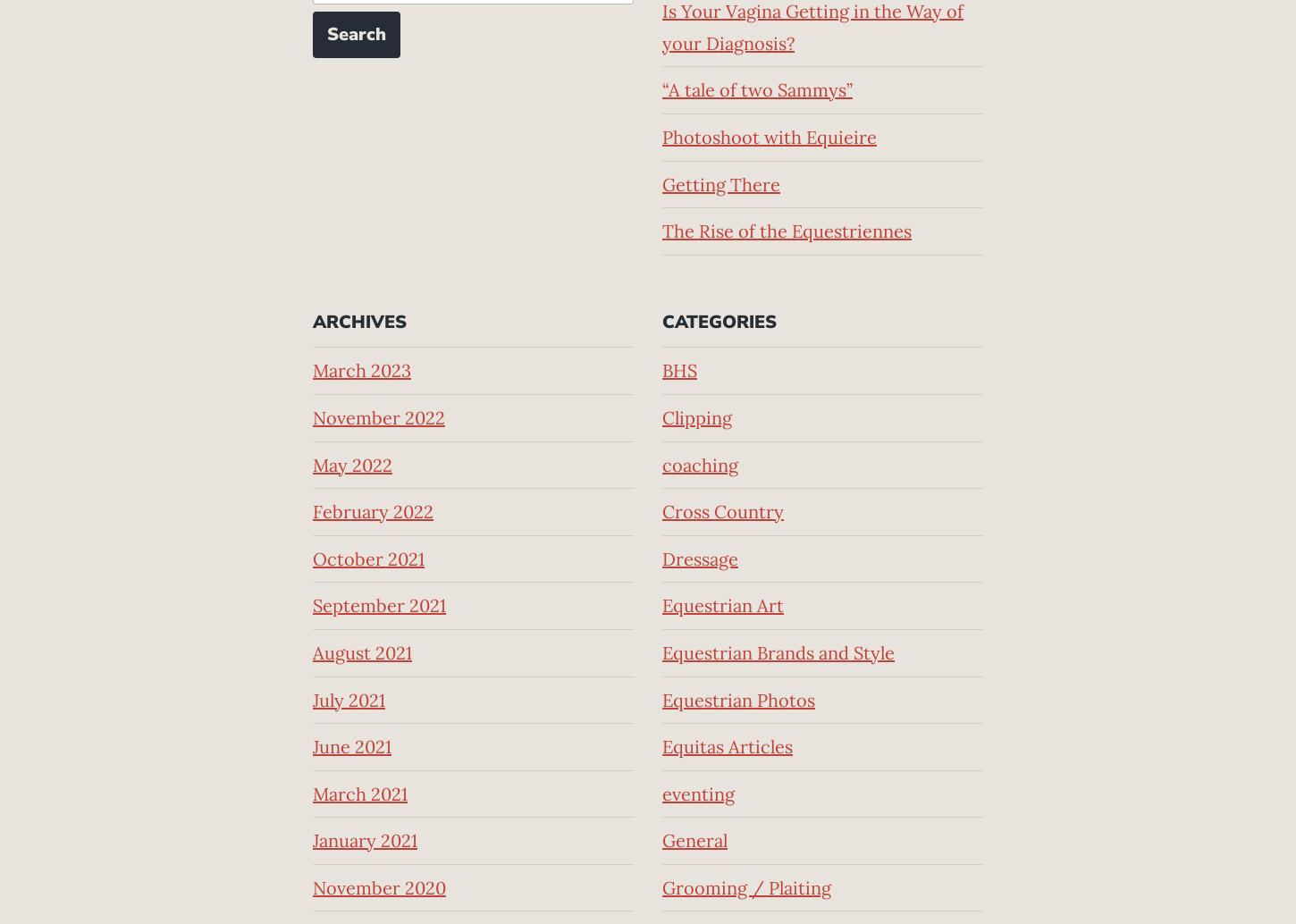 The height and width of the screenshot is (924, 1296). I want to click on 'Equestrian Art', so click(661, 605).